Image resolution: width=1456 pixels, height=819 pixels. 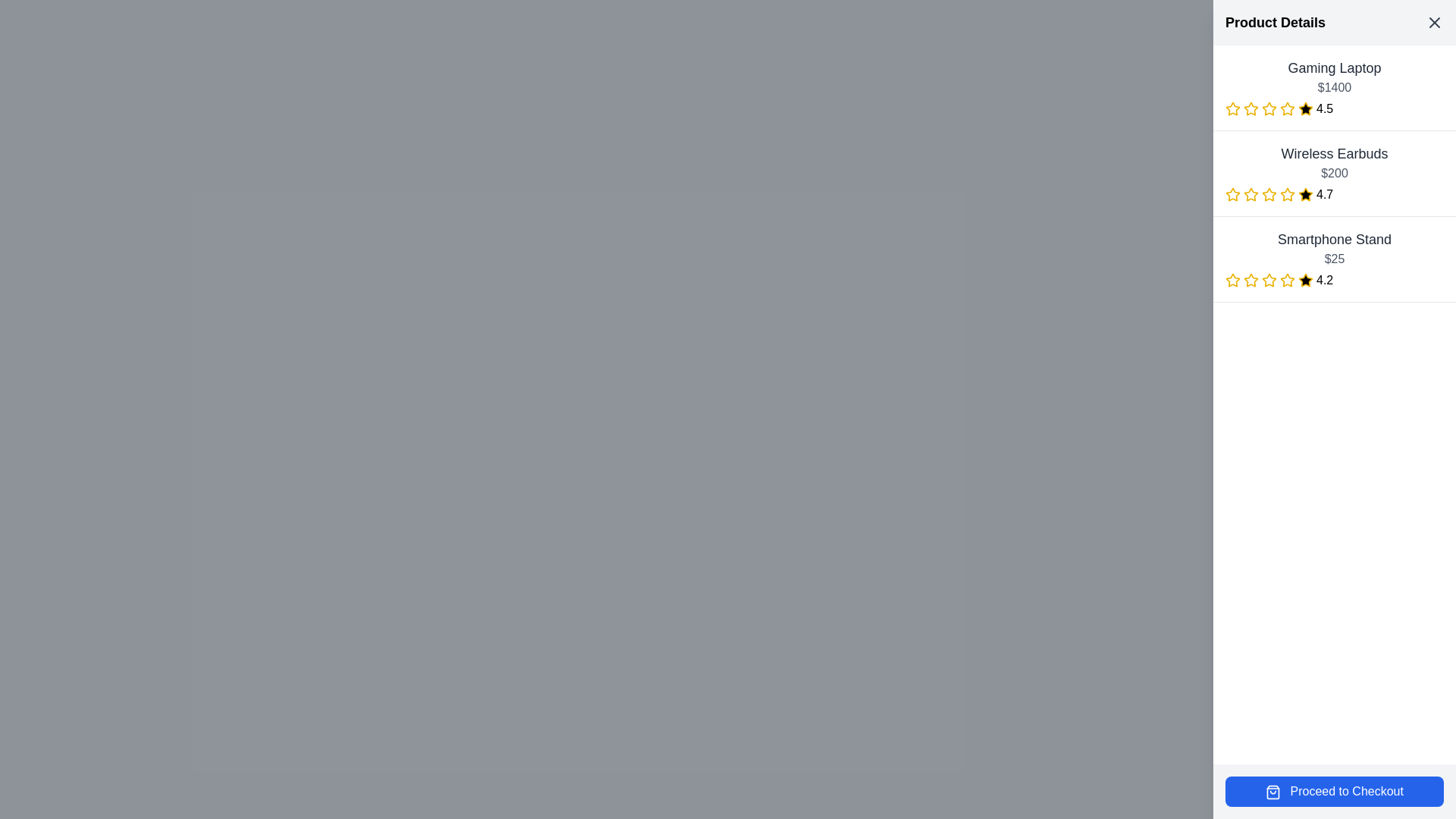 I want to click on the text display showing the average user rating for the product 'Smartphone Stand', which is located to the right of the star icons and below the price, so click(x=1324, y=281).